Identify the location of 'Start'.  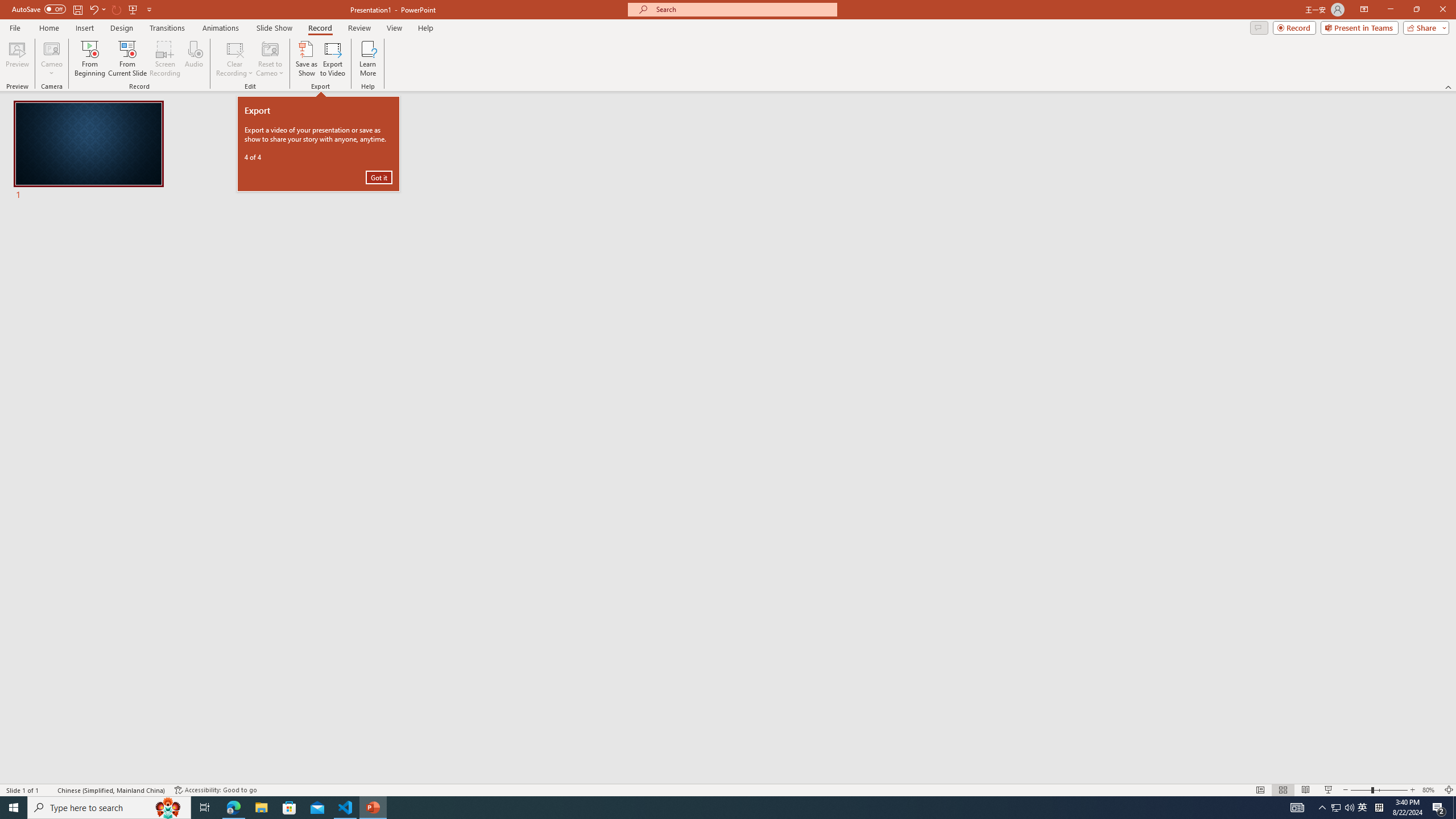
(14, 806).